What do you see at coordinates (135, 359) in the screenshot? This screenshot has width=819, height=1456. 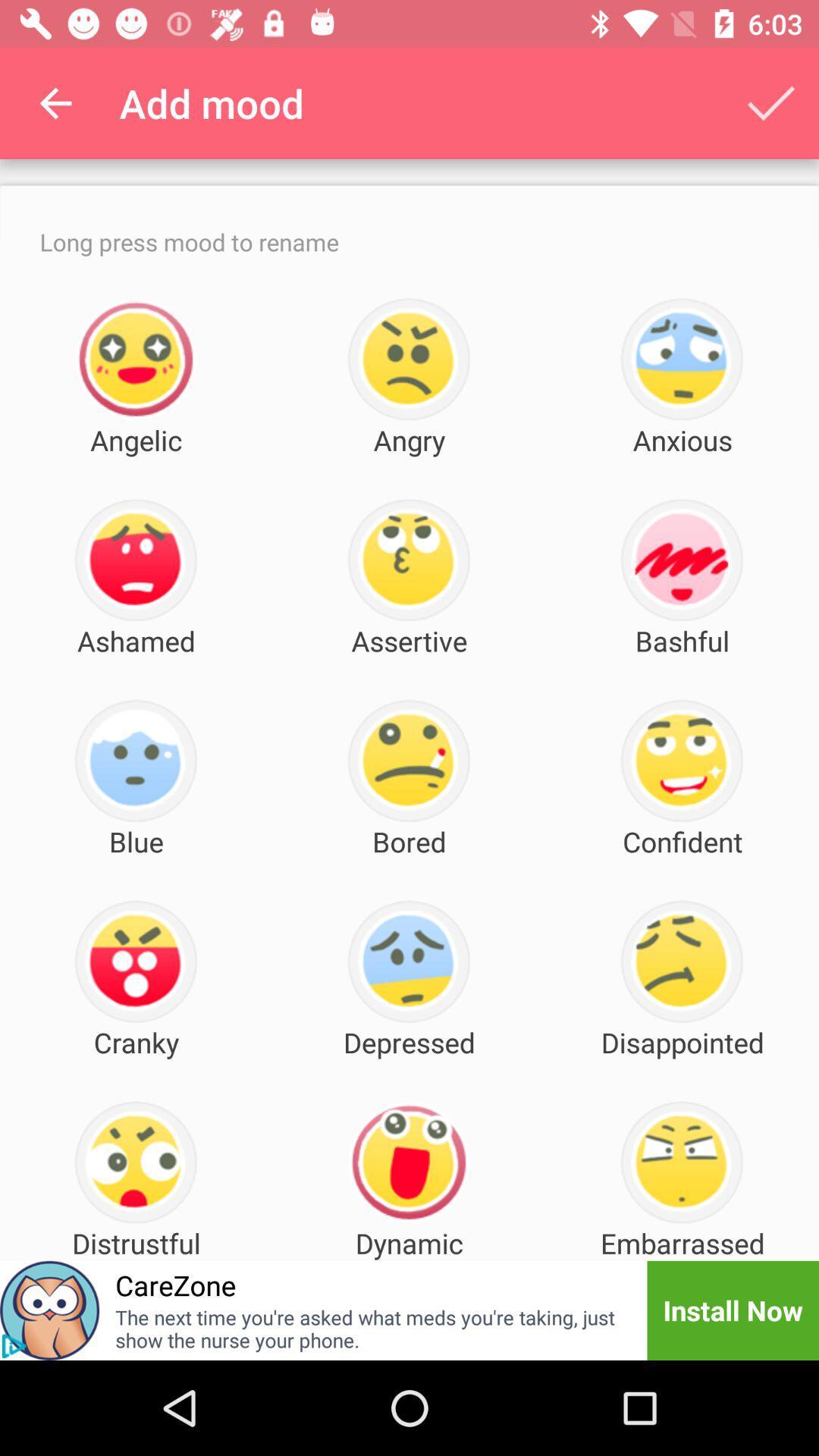 I see `the icon above angelic` at bounding box center [135, 359].